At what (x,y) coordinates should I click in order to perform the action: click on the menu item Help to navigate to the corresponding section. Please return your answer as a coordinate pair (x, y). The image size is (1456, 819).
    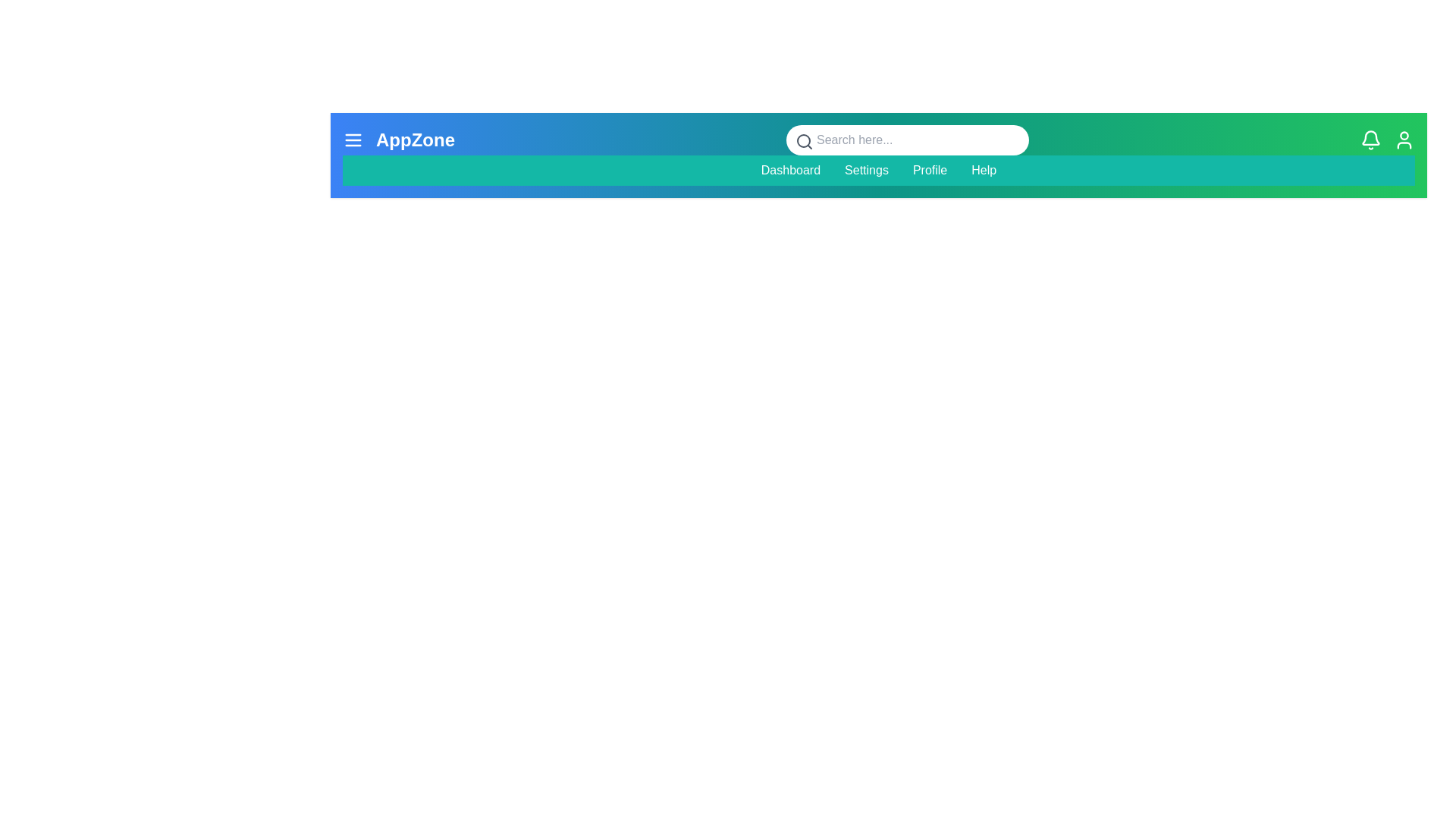
    Looking at the image, I should click on (984, 170).